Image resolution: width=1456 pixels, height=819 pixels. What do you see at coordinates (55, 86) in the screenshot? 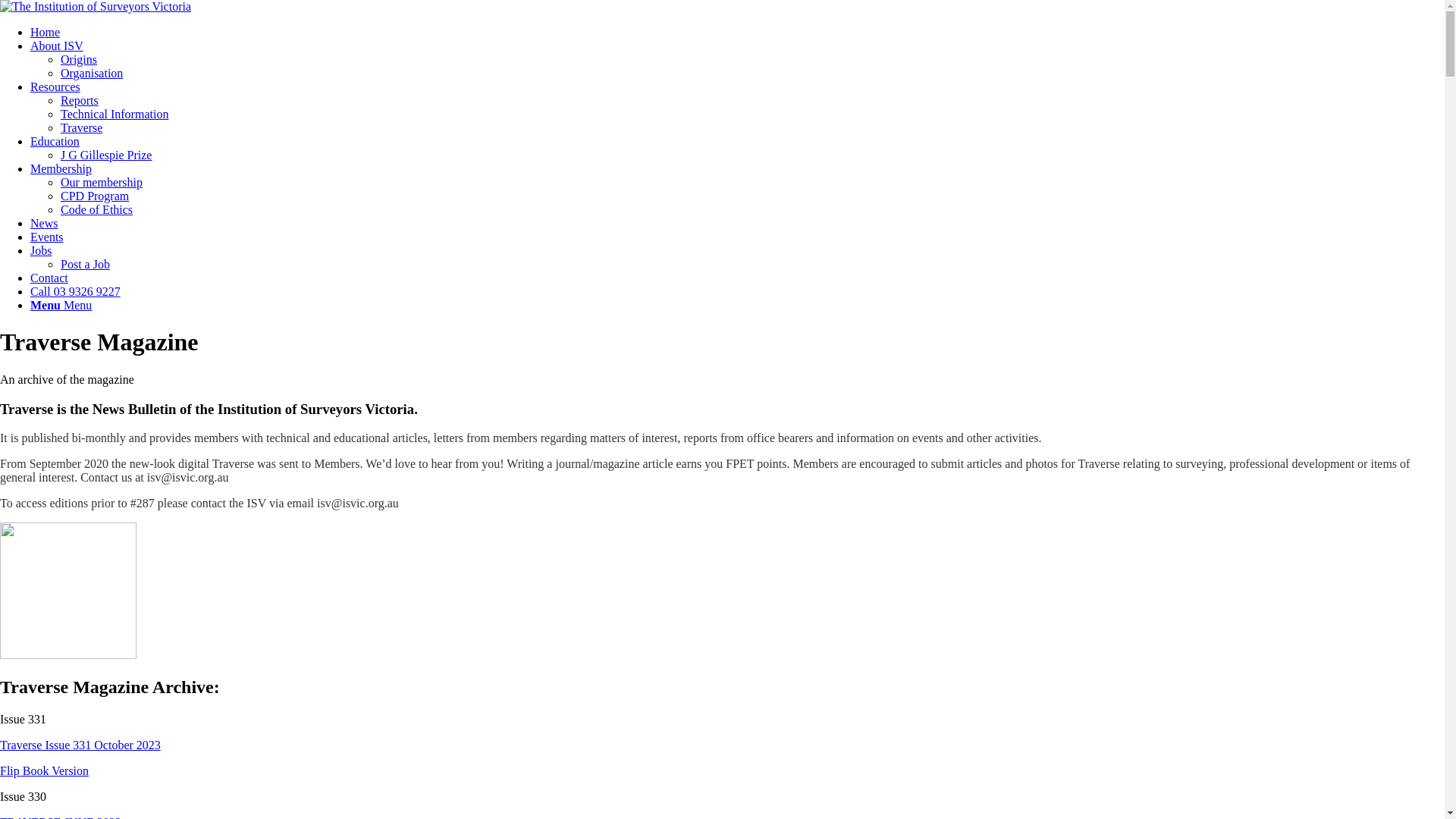
I see `'Resources'` at bounding box center [55, 86].